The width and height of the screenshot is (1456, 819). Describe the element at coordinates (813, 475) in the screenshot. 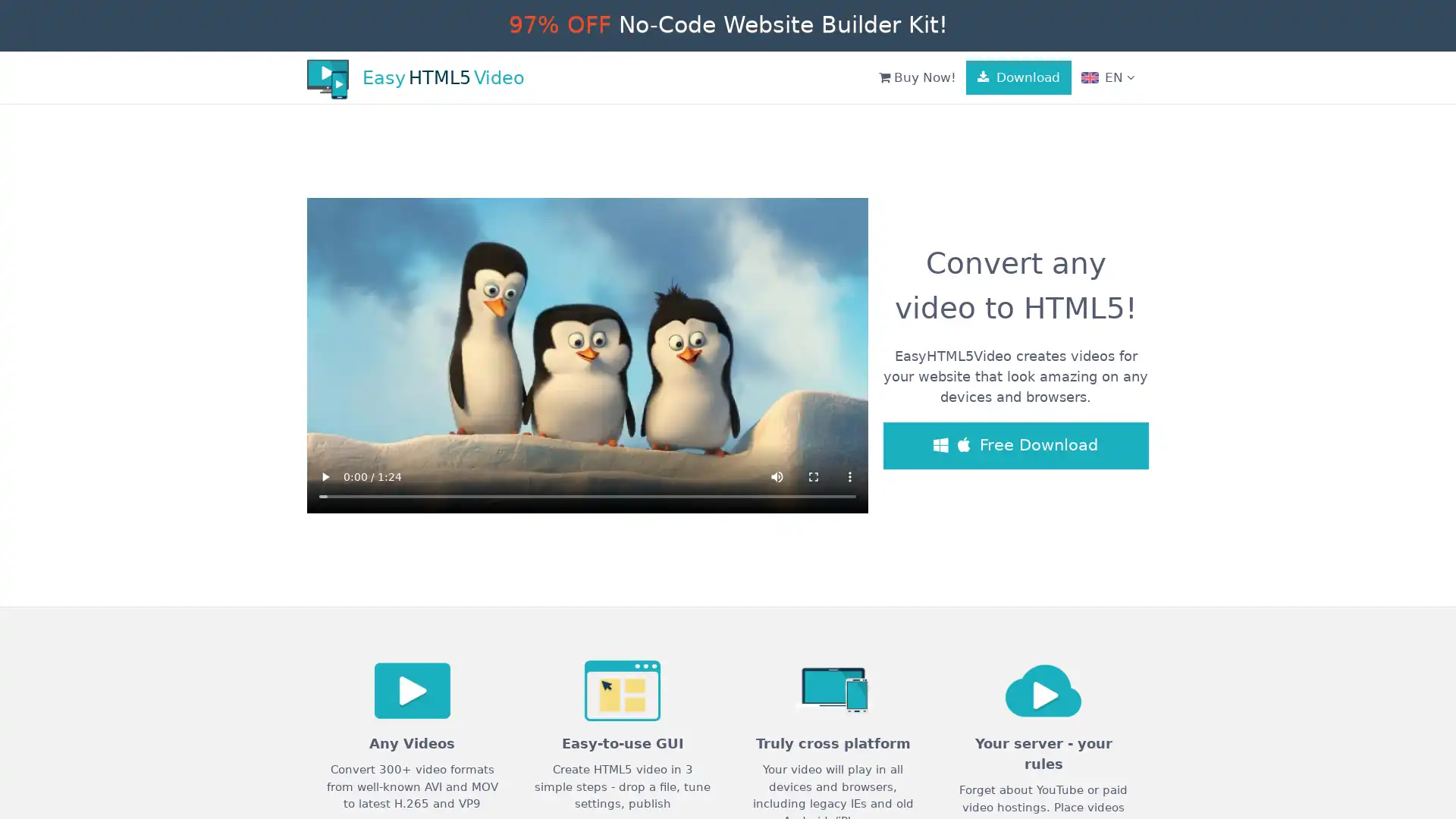

I see `enter full screen` at that location.